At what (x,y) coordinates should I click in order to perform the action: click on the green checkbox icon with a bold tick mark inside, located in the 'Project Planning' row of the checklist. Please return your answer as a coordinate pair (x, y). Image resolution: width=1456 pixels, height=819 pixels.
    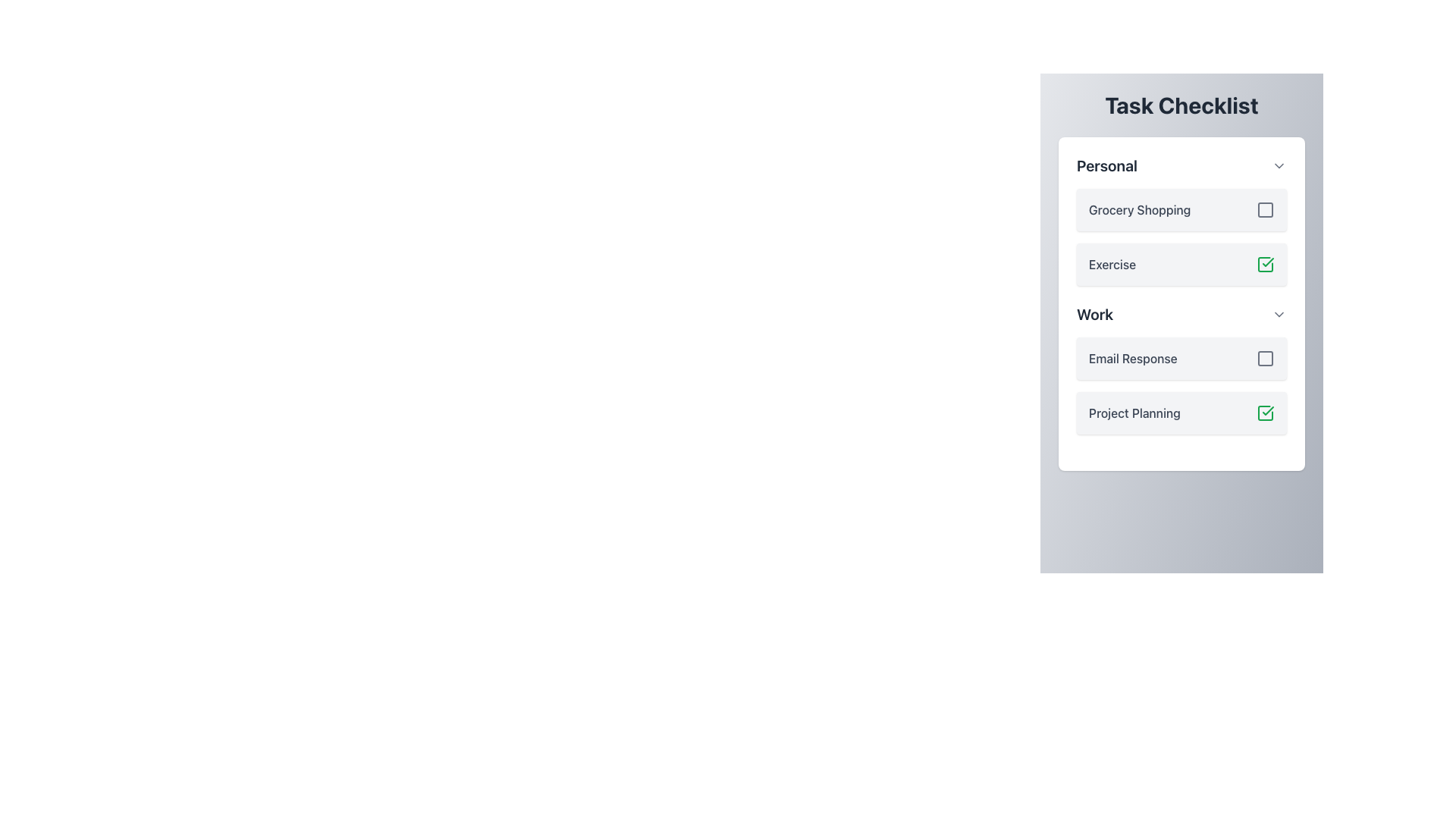
    Looking at the image, I should click on (1266, 413).